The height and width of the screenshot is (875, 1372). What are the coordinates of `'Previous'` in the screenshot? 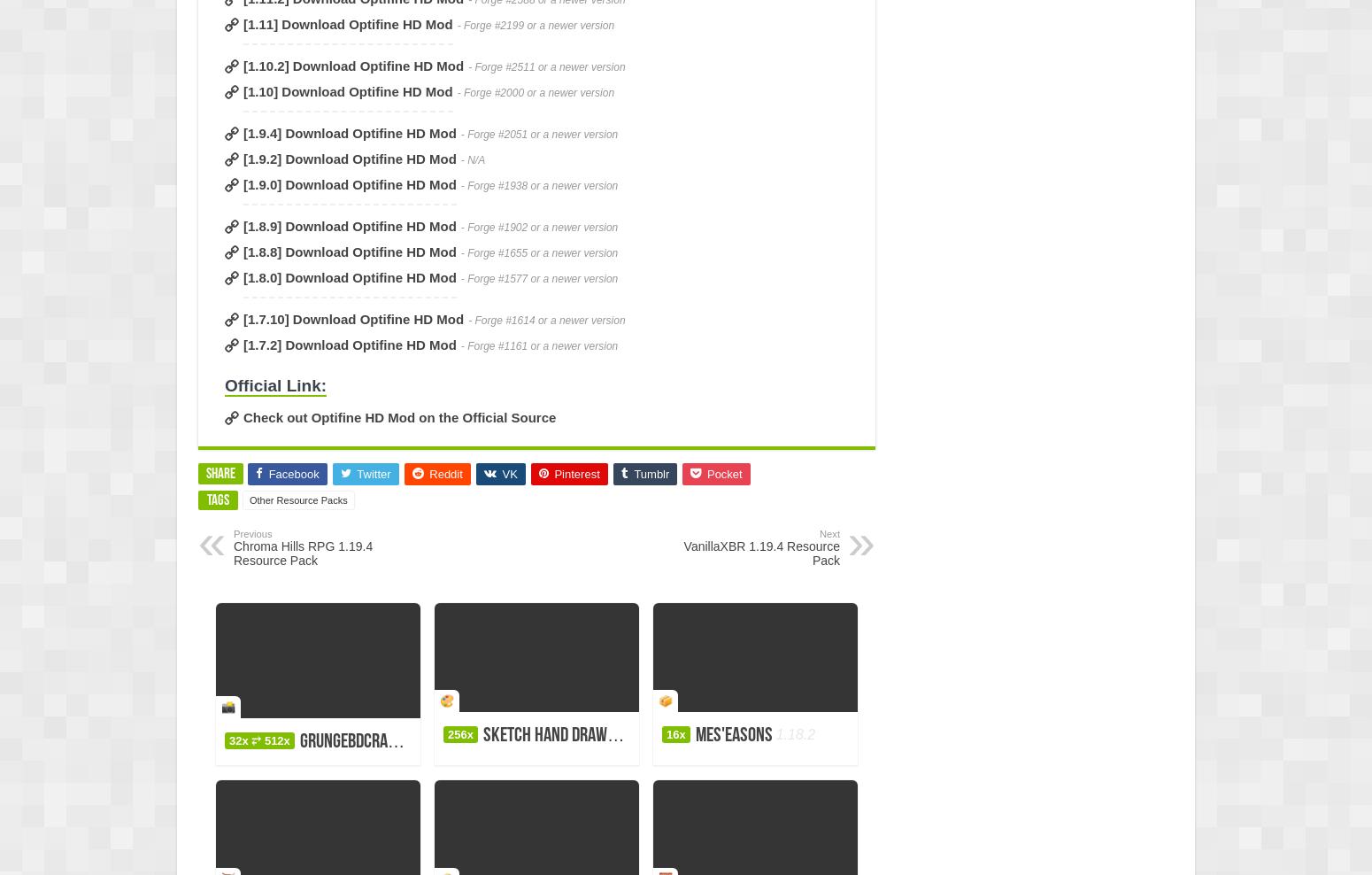 It's located at (252, 533).